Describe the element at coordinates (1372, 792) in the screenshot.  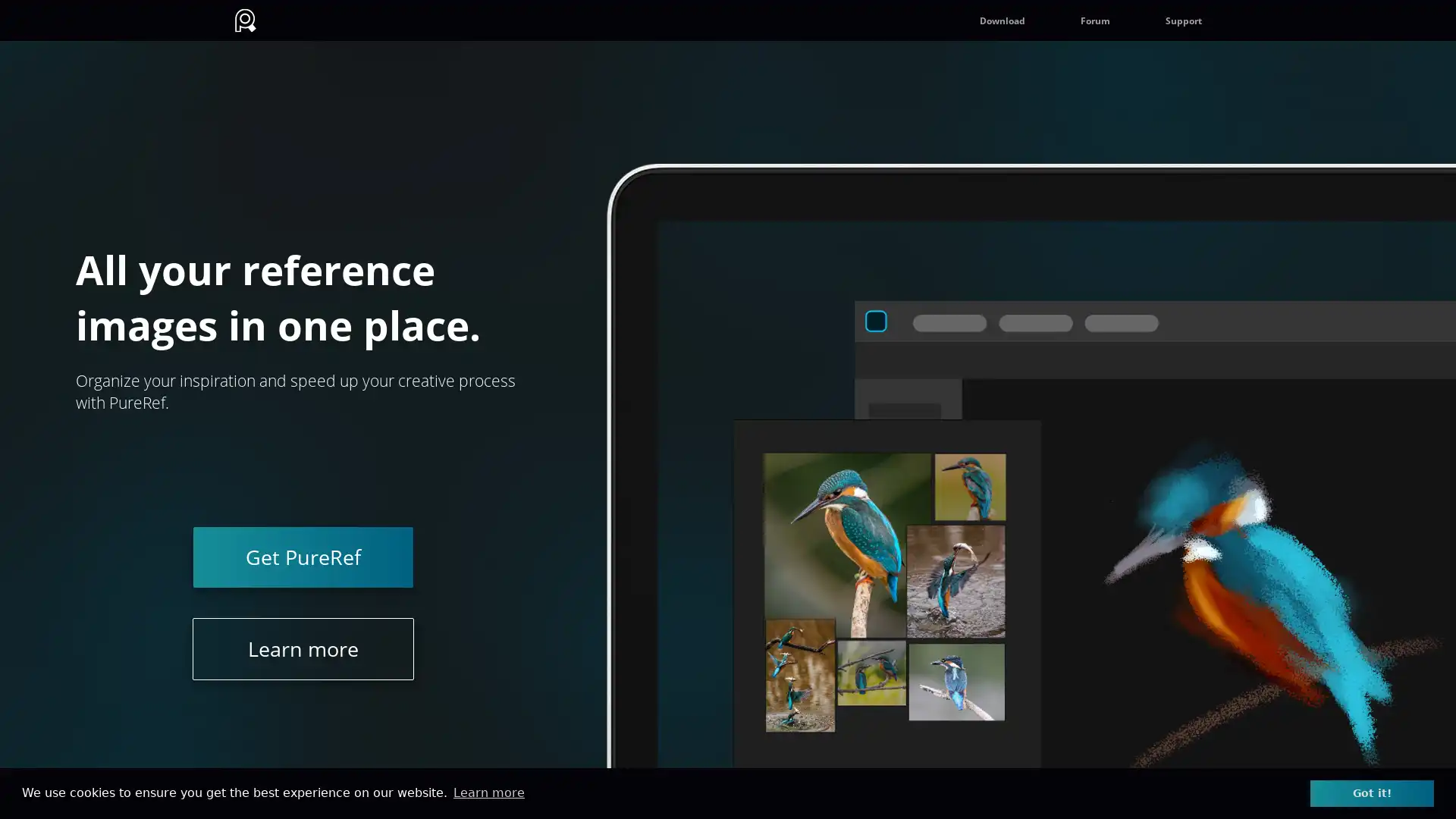
I see `dismiss cookie message` at that location.